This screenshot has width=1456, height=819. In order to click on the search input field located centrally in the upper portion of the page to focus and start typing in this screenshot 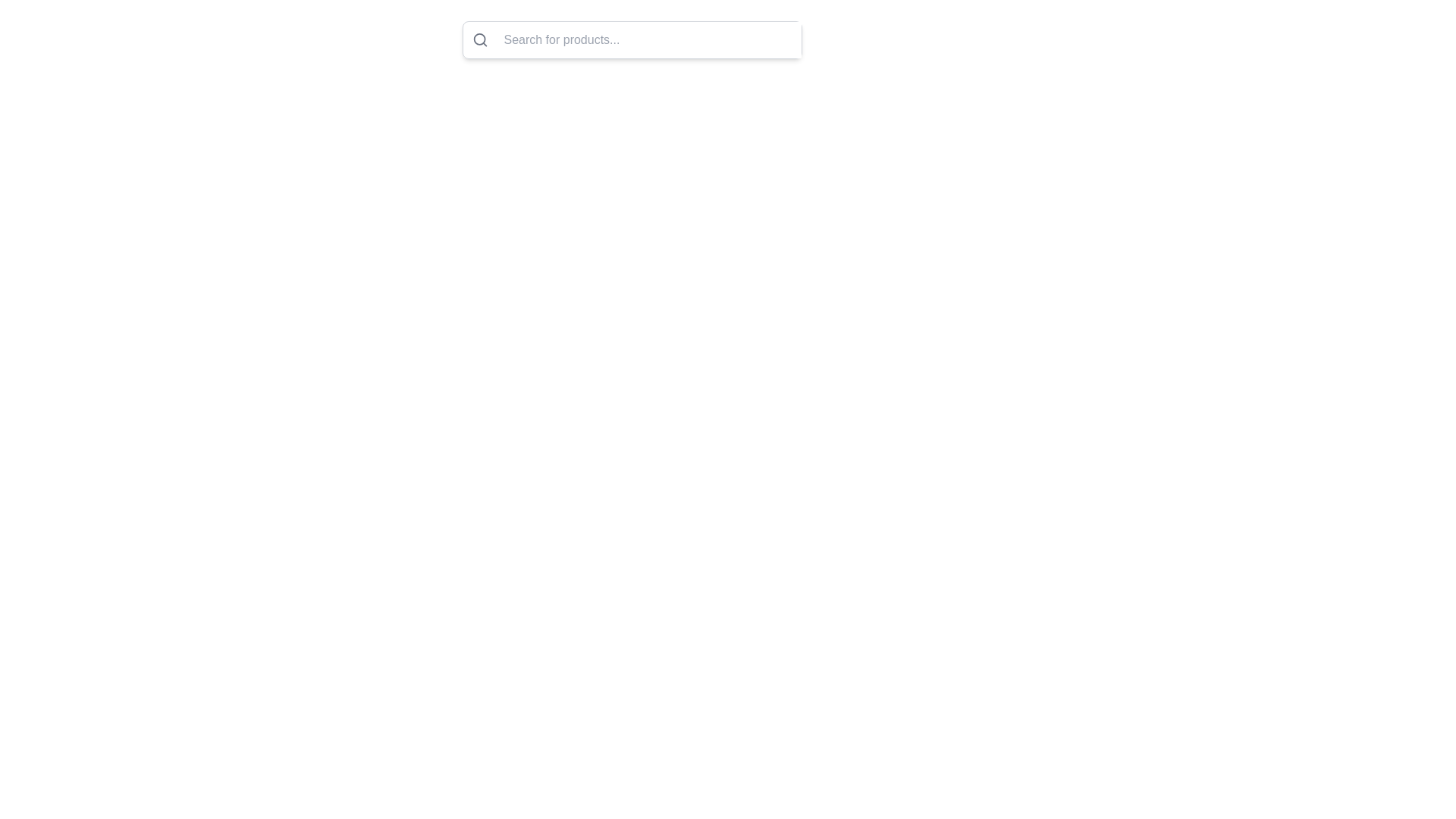, I will do `click(632, 39)`.